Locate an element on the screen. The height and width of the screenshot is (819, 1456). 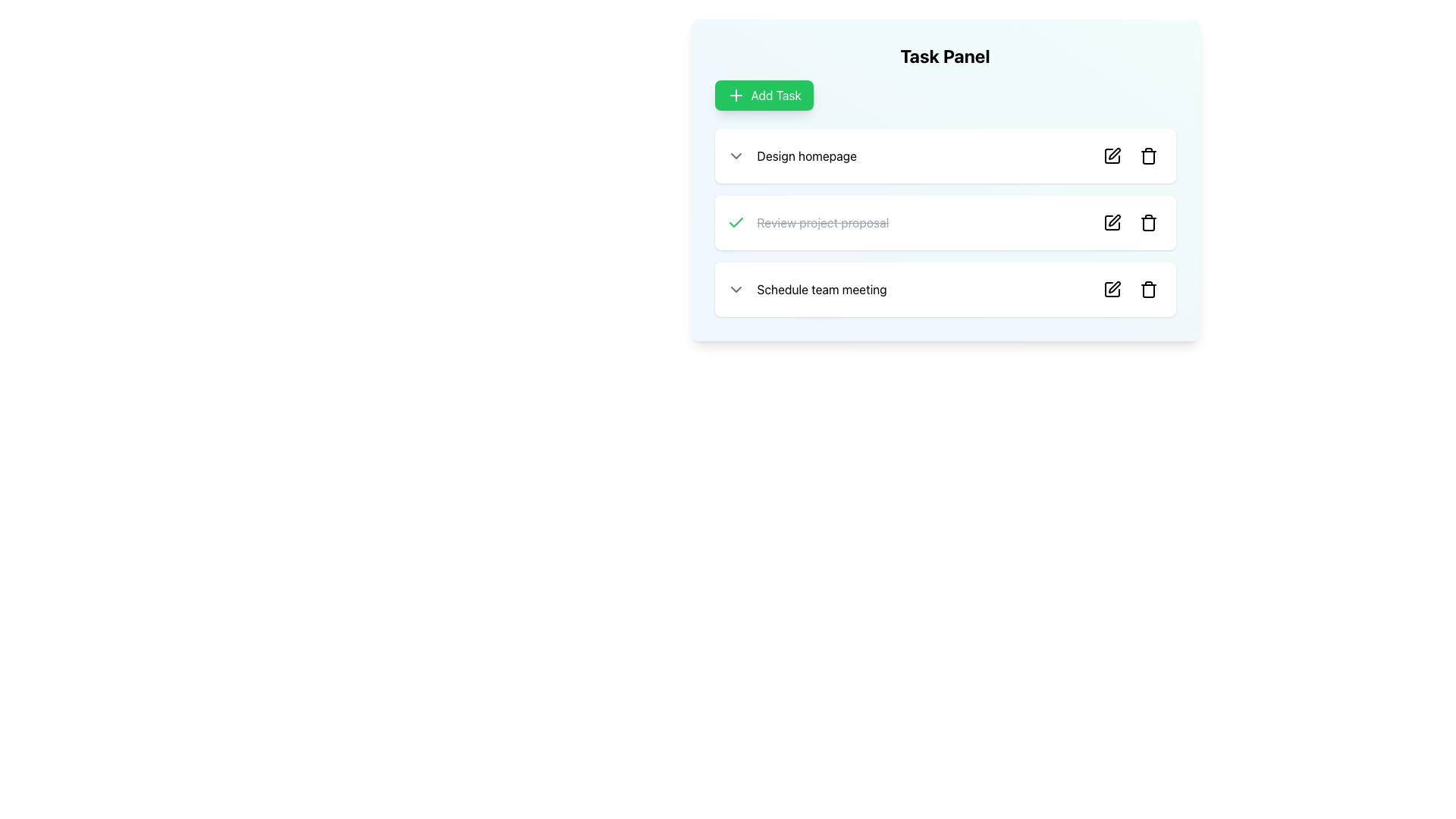
the edit icon positioned to the left of the delete icon and directly to the right of the task name 'Schedule team meeting' is located at coordinates (1112, 289).